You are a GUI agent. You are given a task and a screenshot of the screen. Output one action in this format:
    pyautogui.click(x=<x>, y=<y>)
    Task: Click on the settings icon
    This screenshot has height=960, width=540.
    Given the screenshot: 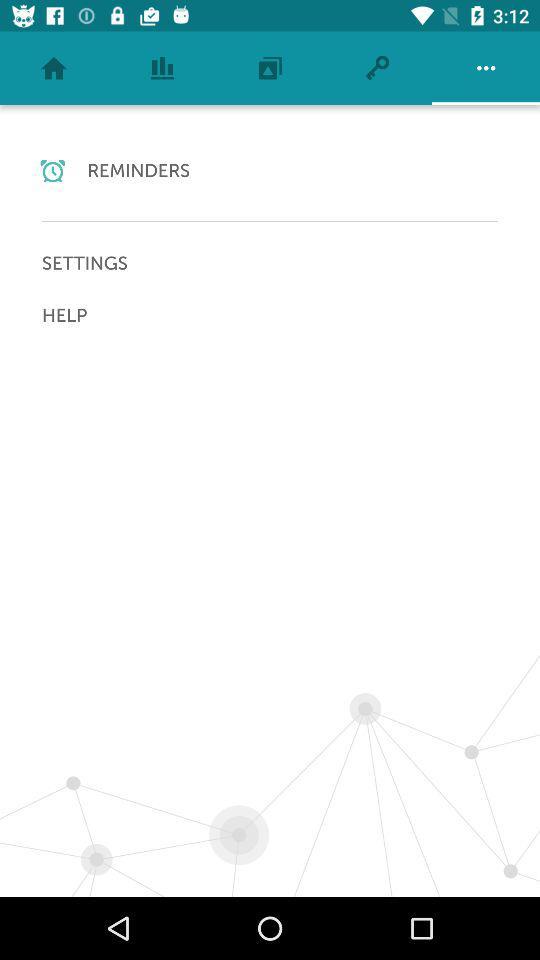 What is the action you would take?
    pyautogui.click(x=270, y=262)
    